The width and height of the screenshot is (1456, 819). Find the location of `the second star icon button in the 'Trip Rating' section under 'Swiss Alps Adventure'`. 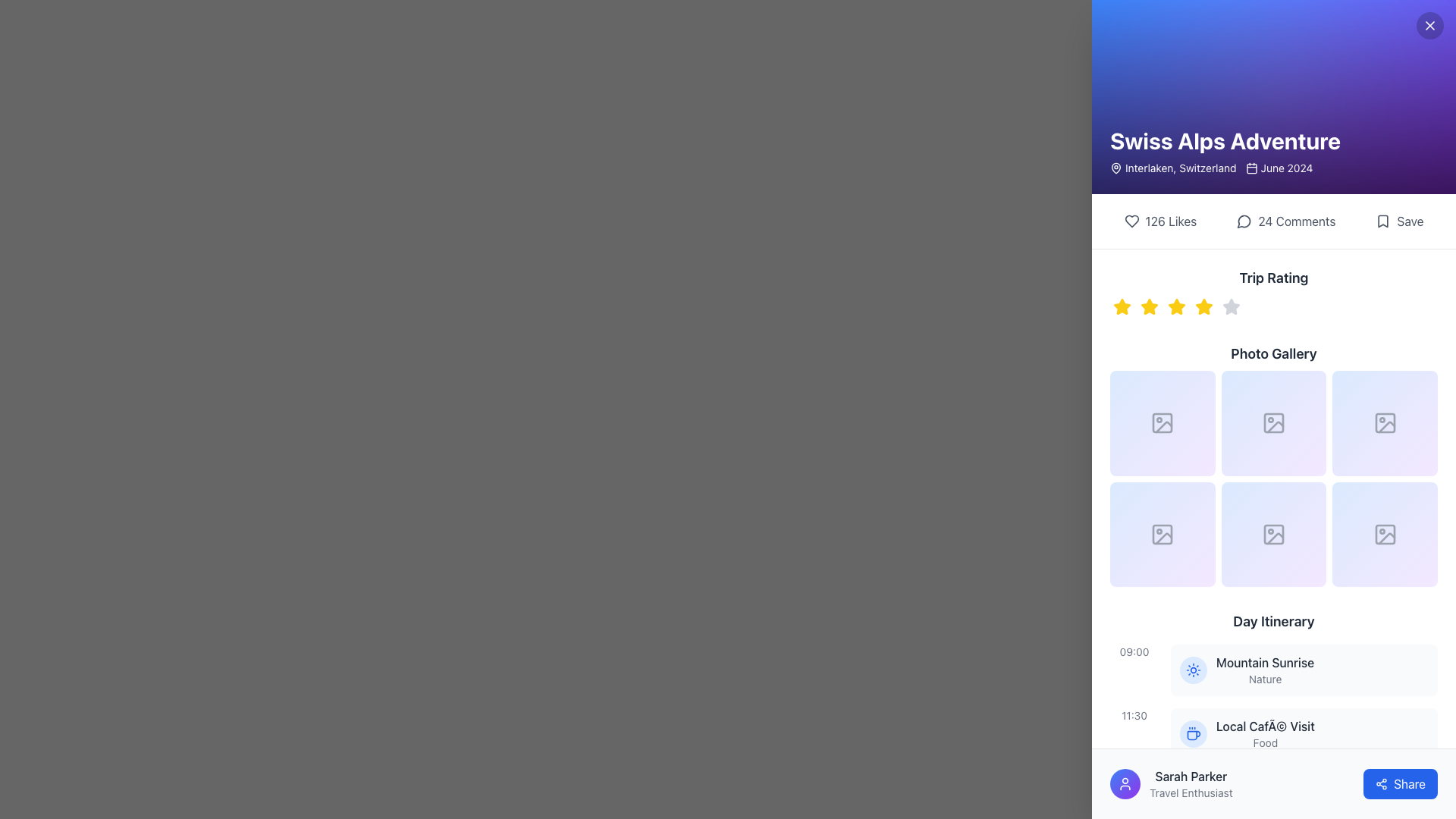

the second star icon button in the 'Trip Rating' section under 'Swiss Alps Adventure' is located at coordinates (1150, 306).